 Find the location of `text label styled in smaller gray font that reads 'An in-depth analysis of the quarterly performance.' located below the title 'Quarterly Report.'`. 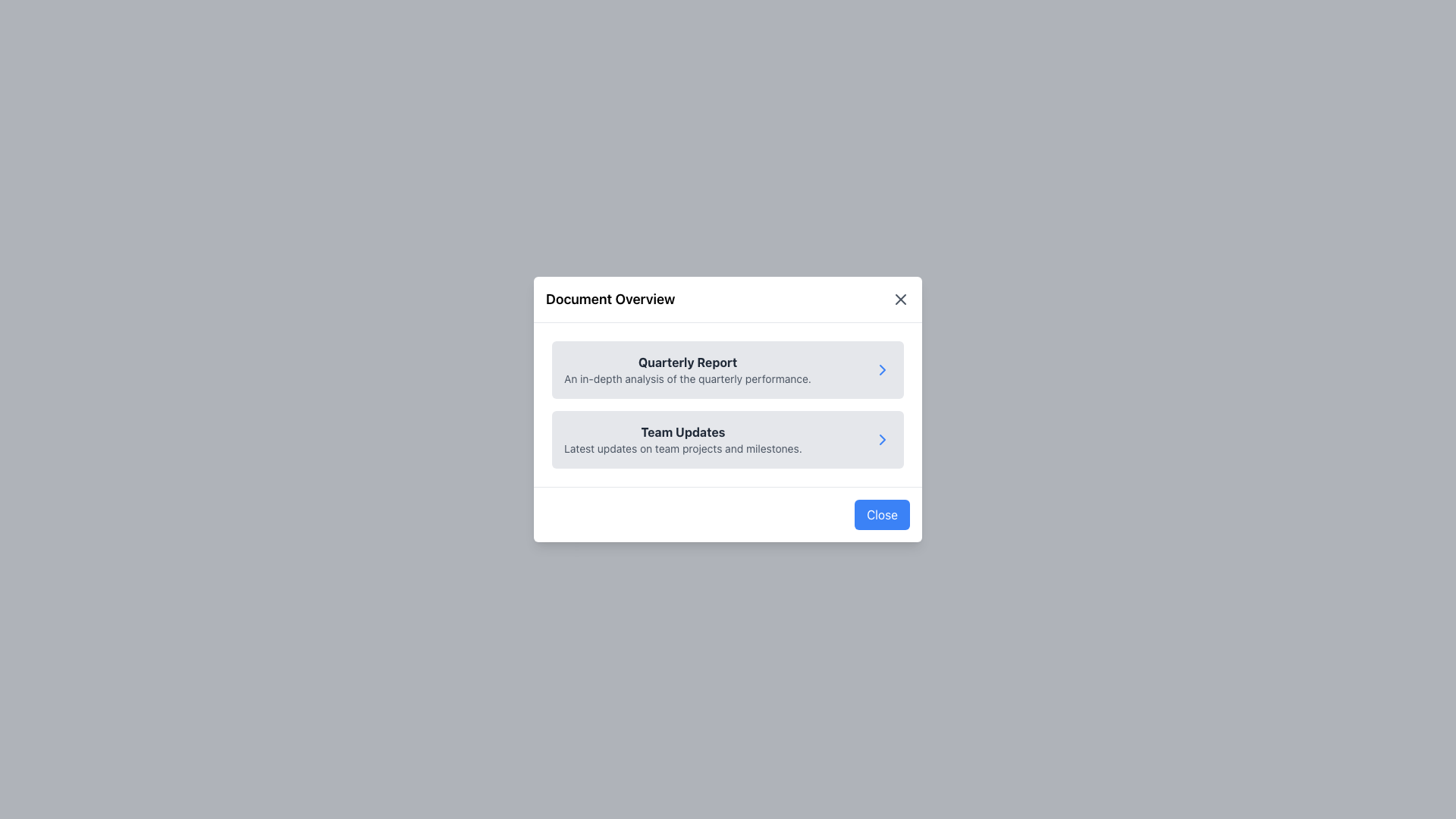

text label styled in smaller gray font that reads 'An in-depth analysis of the quarterly performance.' located below the title 'Quarterly Report.' is located at coordinates (687, 378).